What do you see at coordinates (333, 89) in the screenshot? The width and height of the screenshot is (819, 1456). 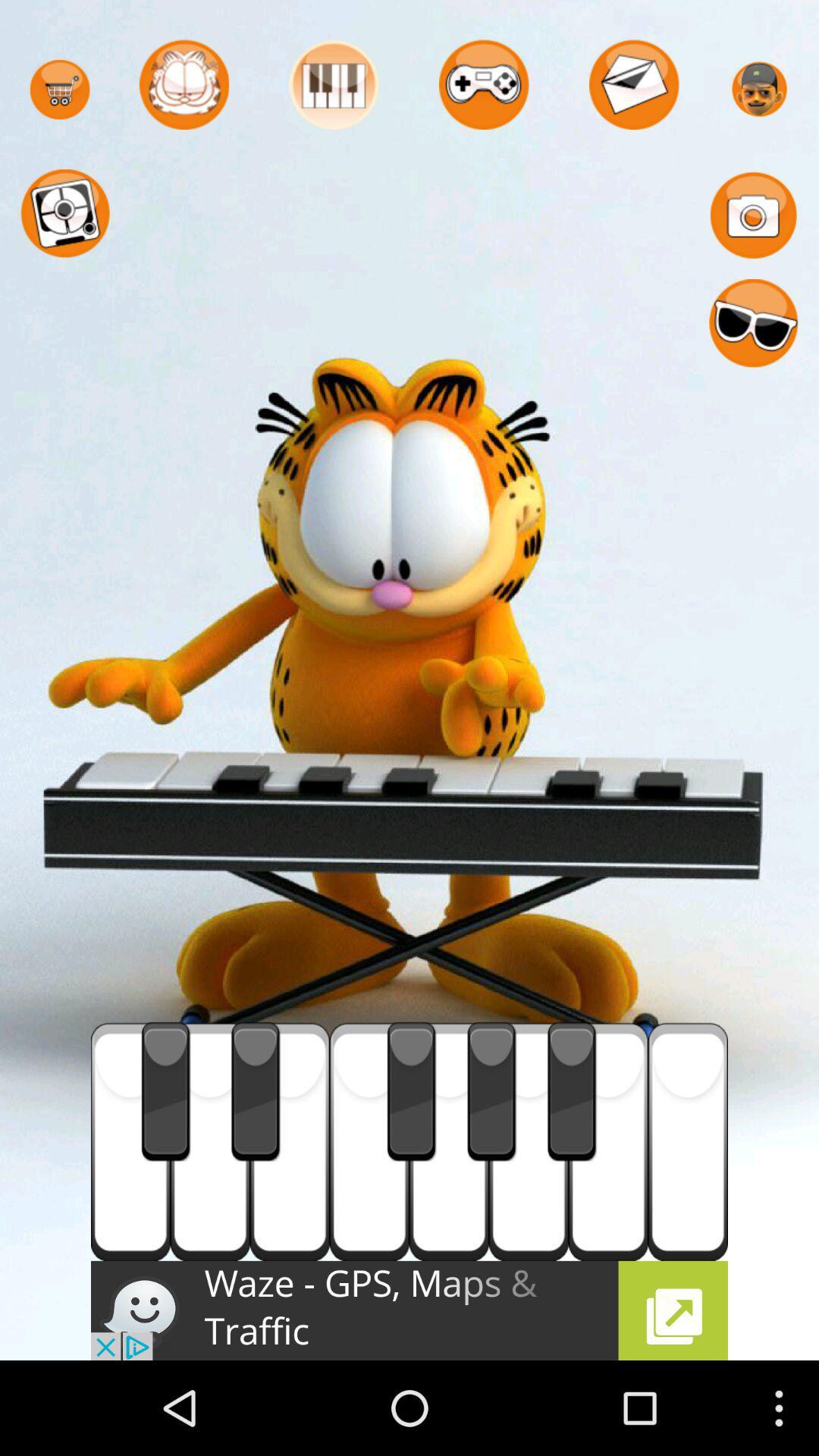 I see `the sliders icon` at bounding box center [333, 89].